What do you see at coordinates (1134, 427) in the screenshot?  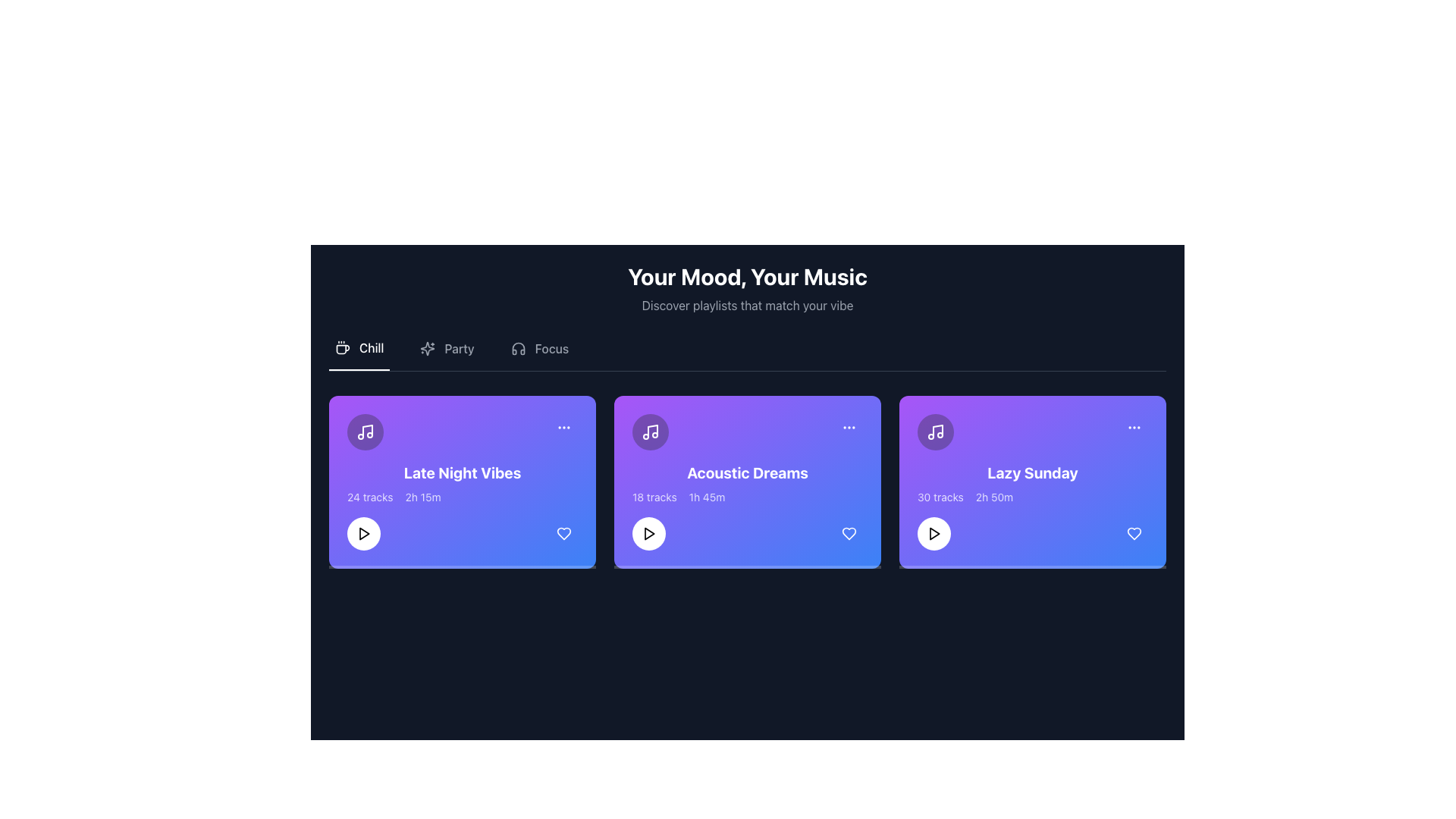 I see `the circular button with three horizontally arranged dots in the top-right corner of the 'Lazy Sunday' playlist card` at bounding box center [1134, 427].